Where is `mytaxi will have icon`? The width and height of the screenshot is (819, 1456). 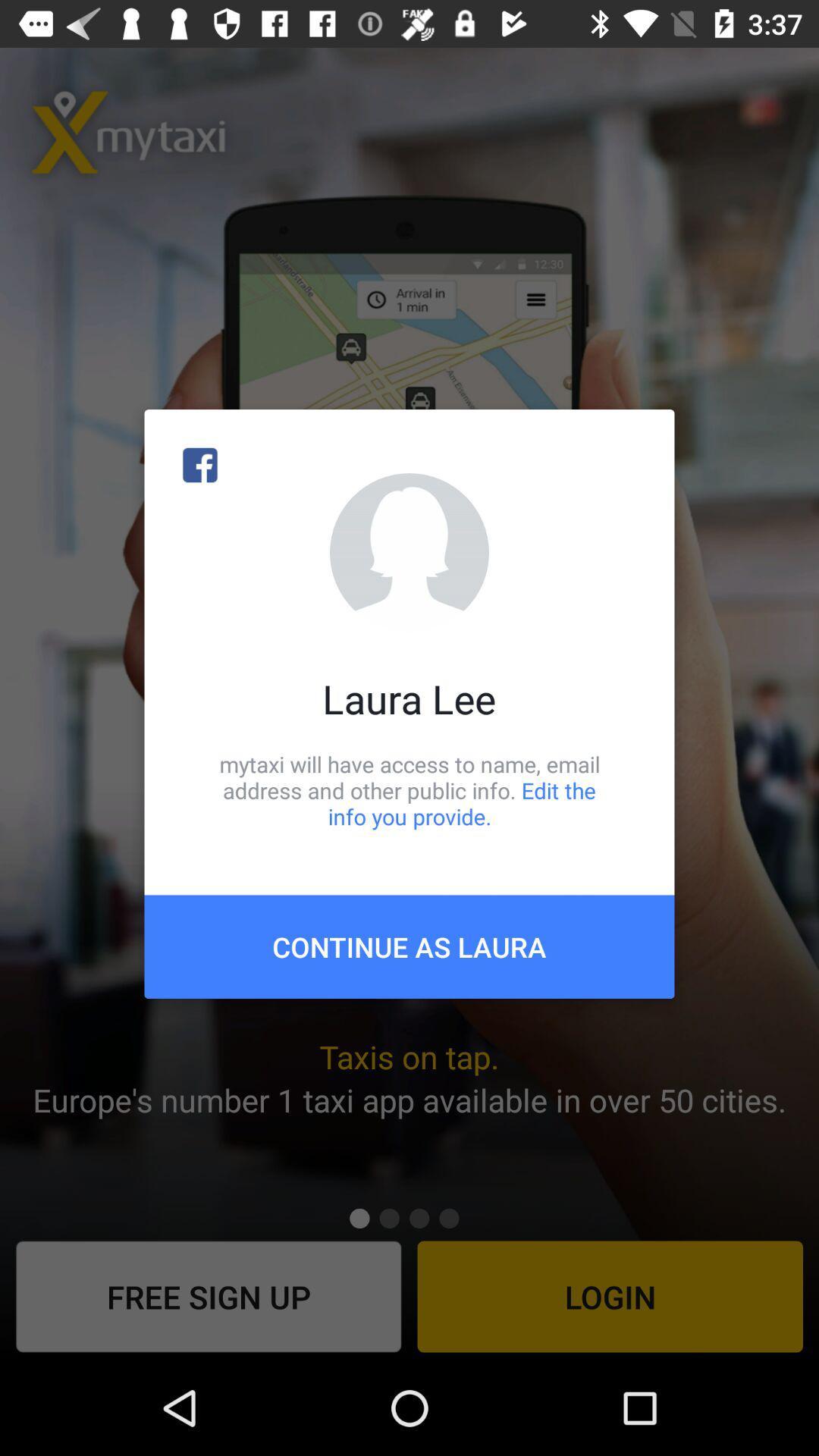 mytaxi will have icon is located at coordinates (409, 789).